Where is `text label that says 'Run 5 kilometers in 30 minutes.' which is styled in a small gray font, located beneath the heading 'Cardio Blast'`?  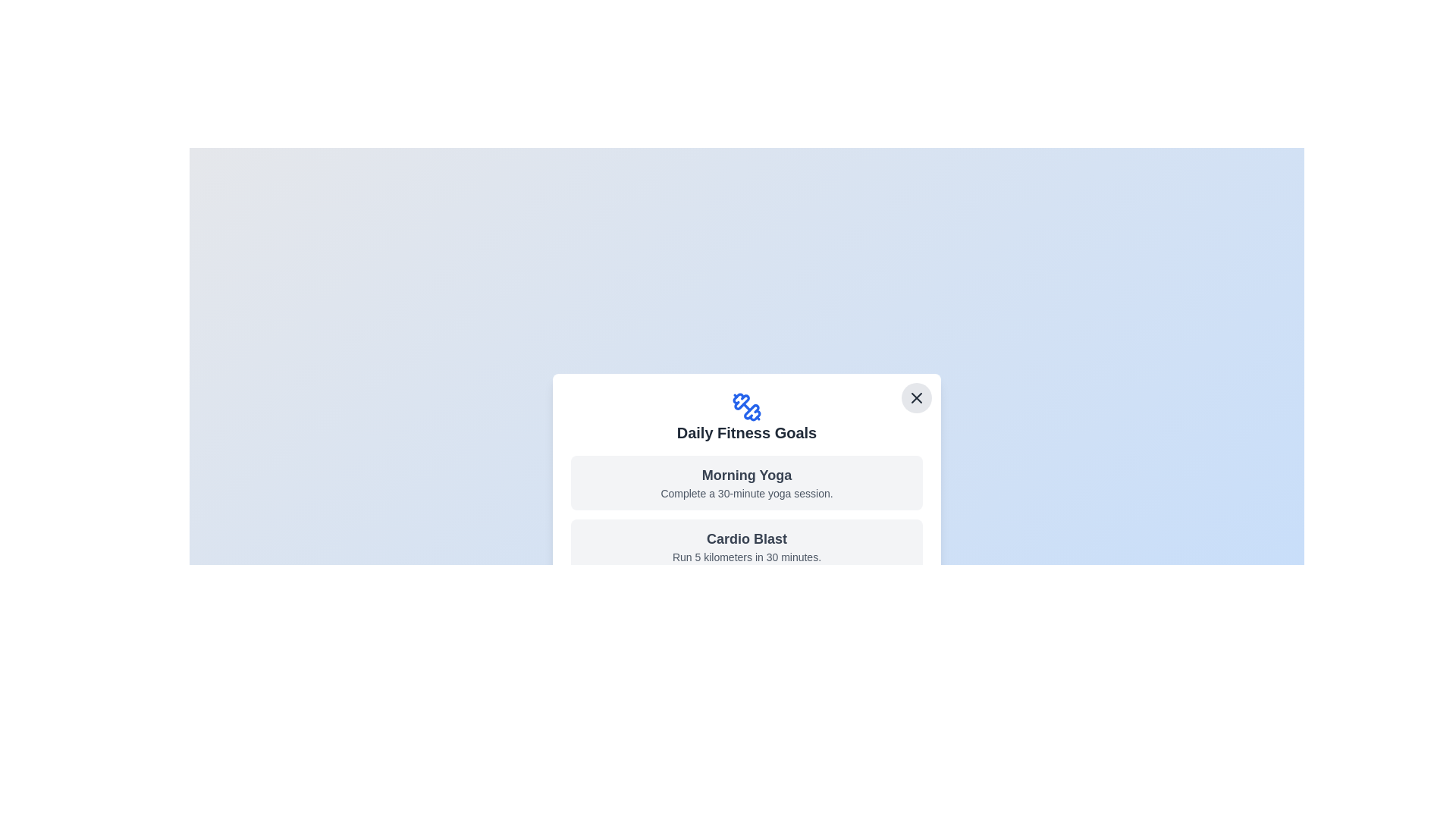
text label that says 'Run 5 kilometers in 30 minutes.' which is styled in a small gray font, located beneath the heading 'Cardio Blast' is located at coordinates (746, 557).